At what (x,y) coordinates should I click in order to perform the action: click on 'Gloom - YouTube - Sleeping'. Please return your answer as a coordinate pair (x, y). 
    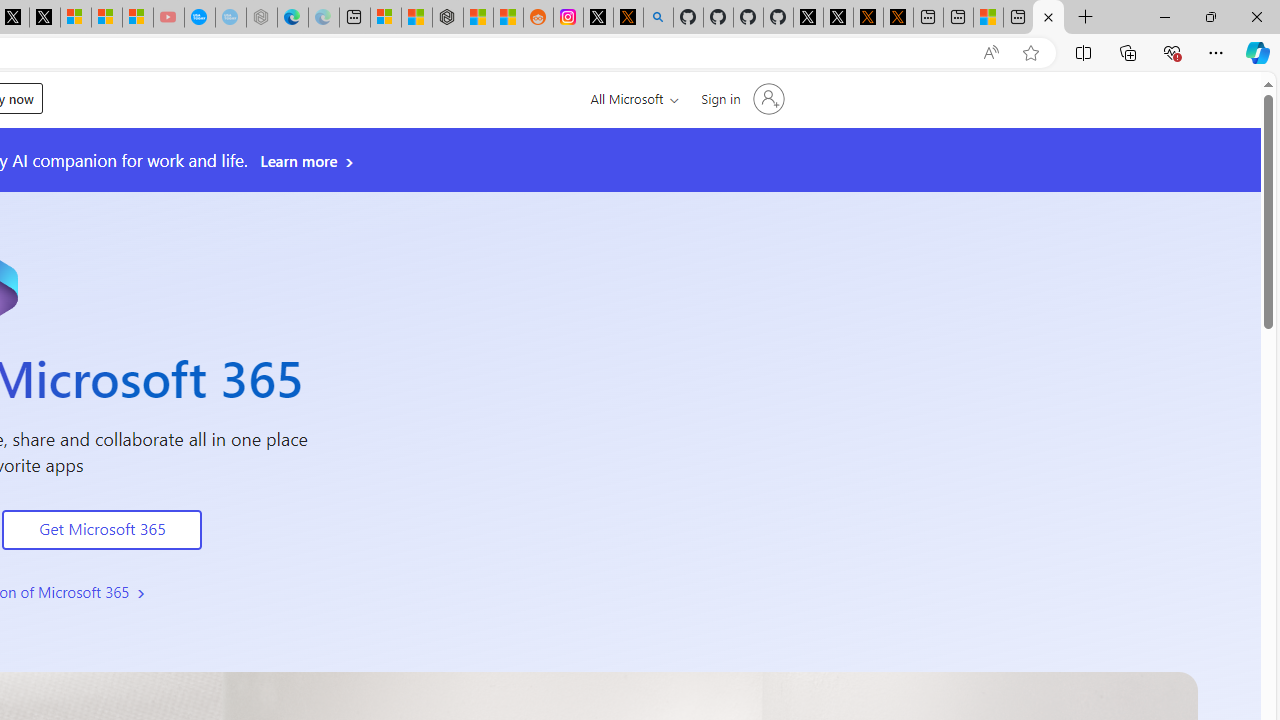
    Looking at the image, I should click on (168, 17).